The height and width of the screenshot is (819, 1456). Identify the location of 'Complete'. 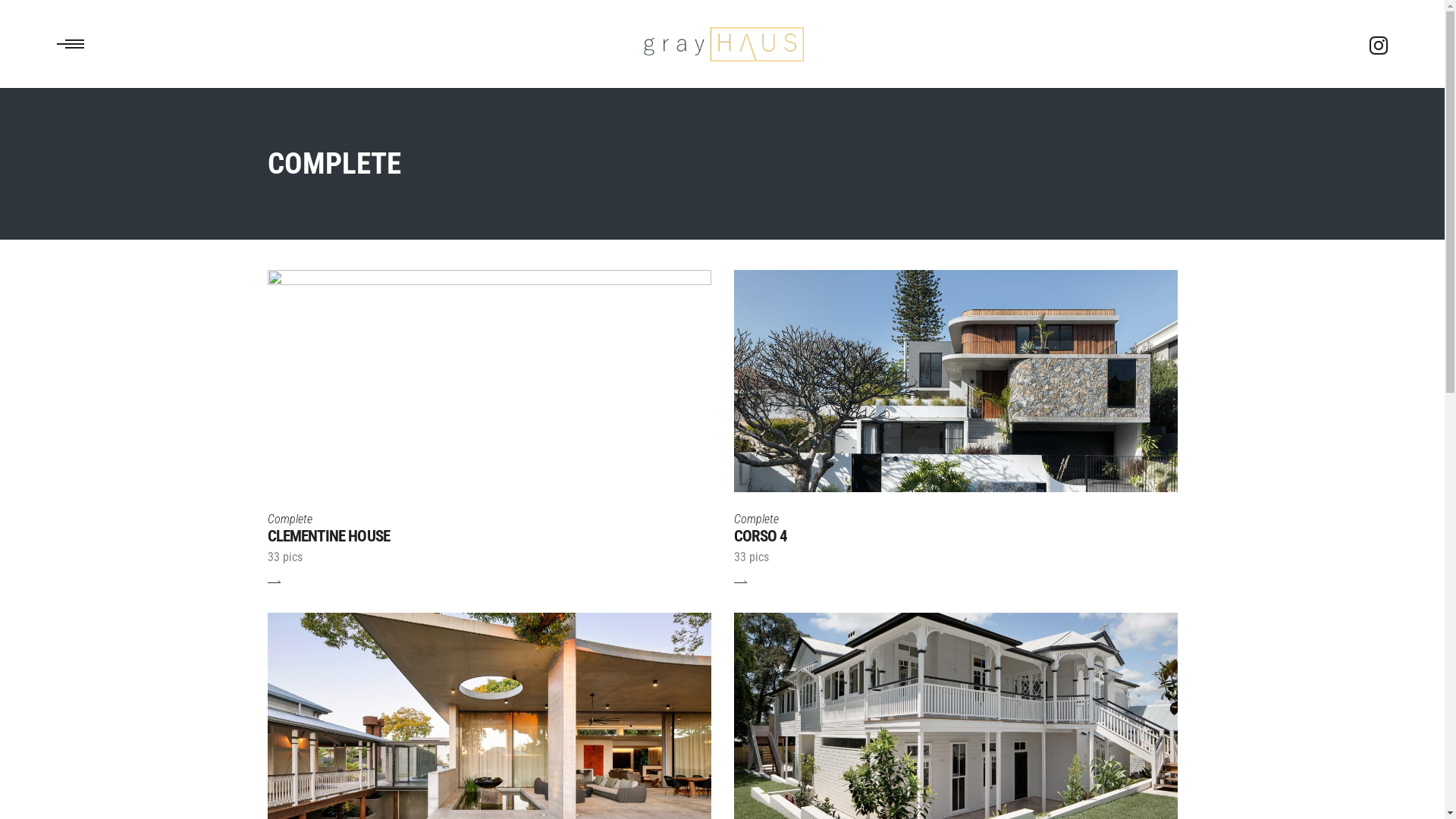
(289, 518).